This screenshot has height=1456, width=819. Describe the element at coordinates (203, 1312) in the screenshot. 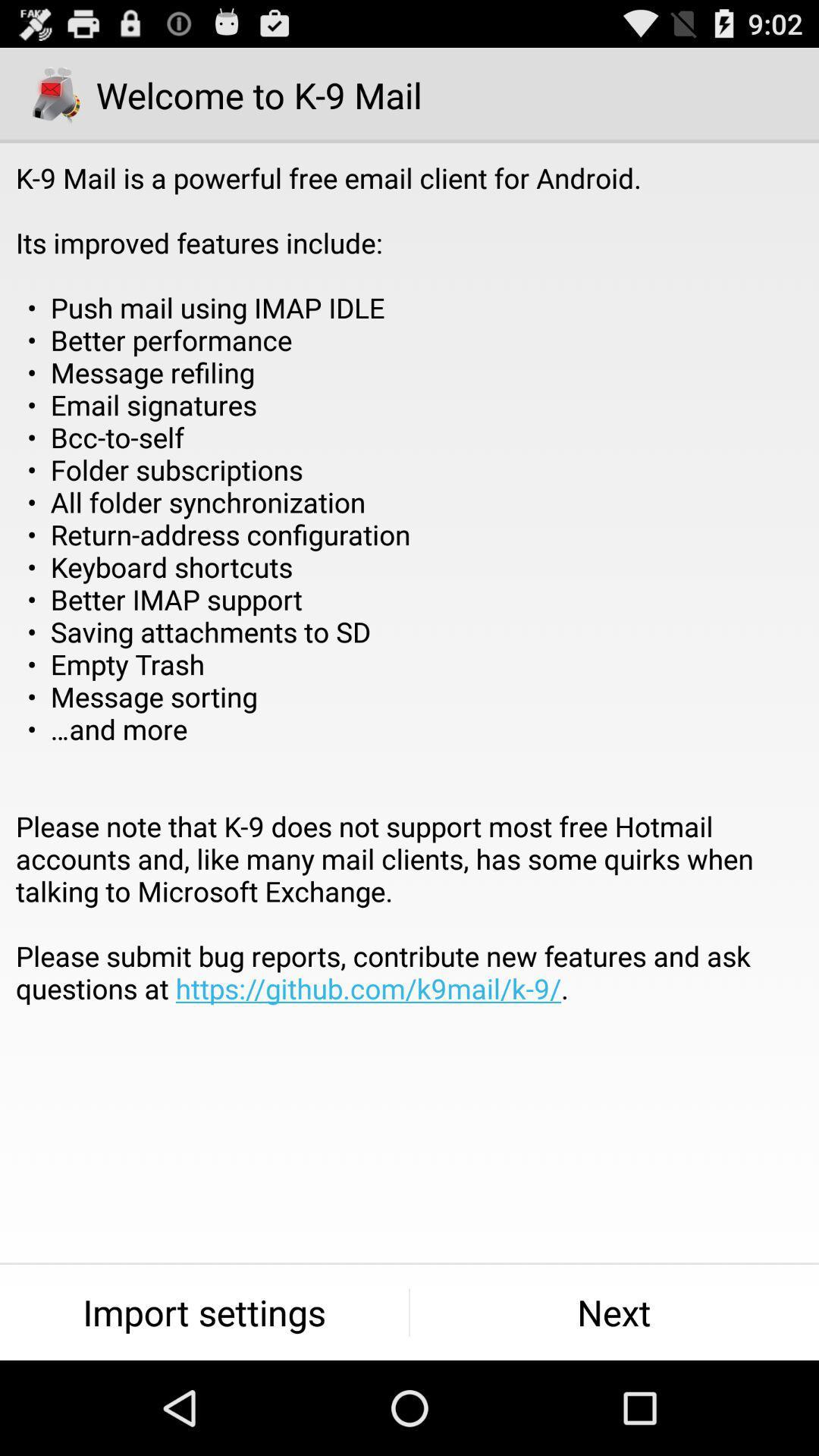

I see `the item next to the next icon` at that location.